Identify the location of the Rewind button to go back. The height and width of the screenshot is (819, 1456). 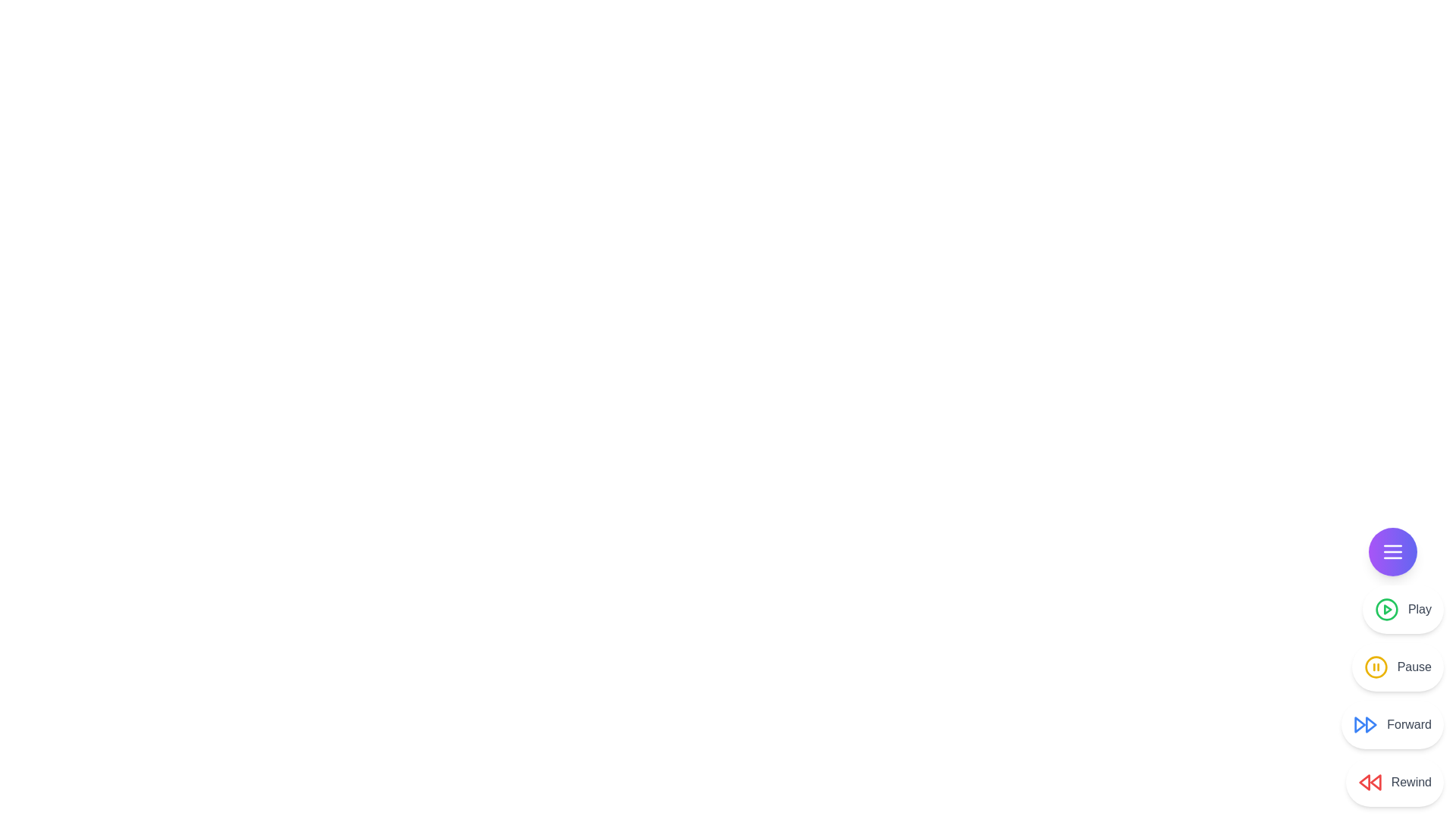
(1395, 783).